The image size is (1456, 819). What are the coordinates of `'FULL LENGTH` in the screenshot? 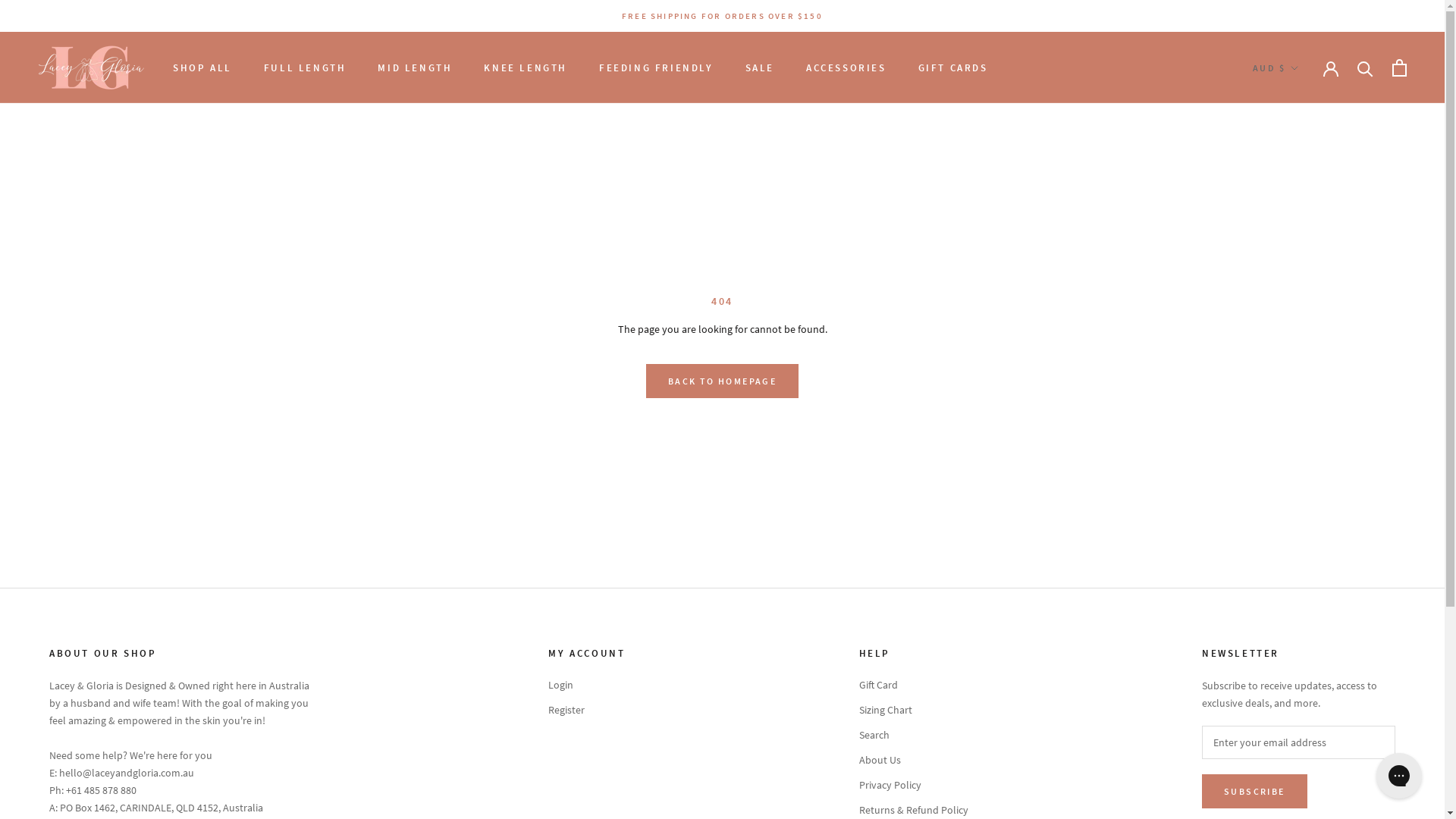 It's located at (304, 67).